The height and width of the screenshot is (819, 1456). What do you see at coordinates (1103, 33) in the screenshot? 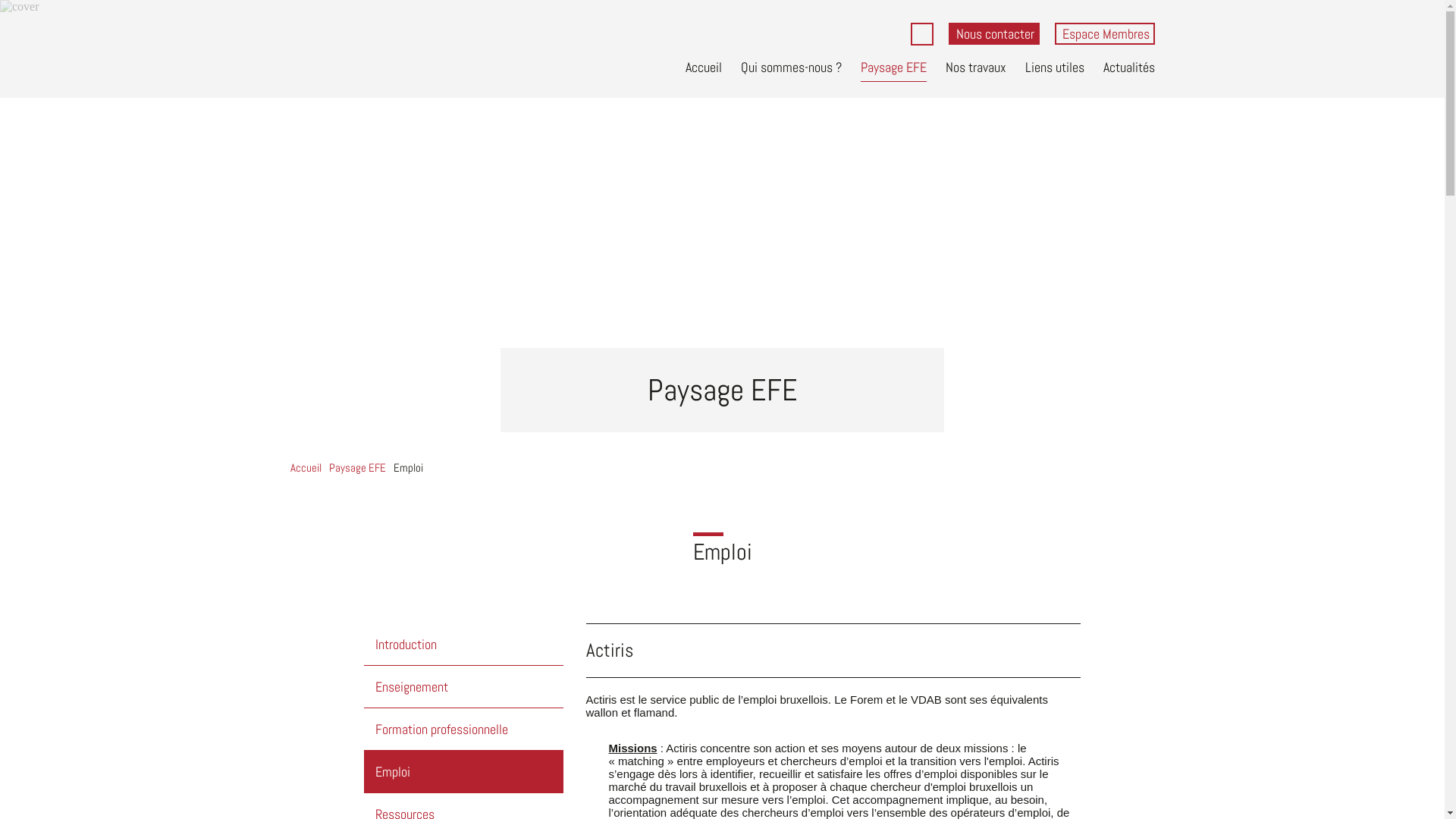
I see `'Espace Membres'` at bounding box center [1103, 33].